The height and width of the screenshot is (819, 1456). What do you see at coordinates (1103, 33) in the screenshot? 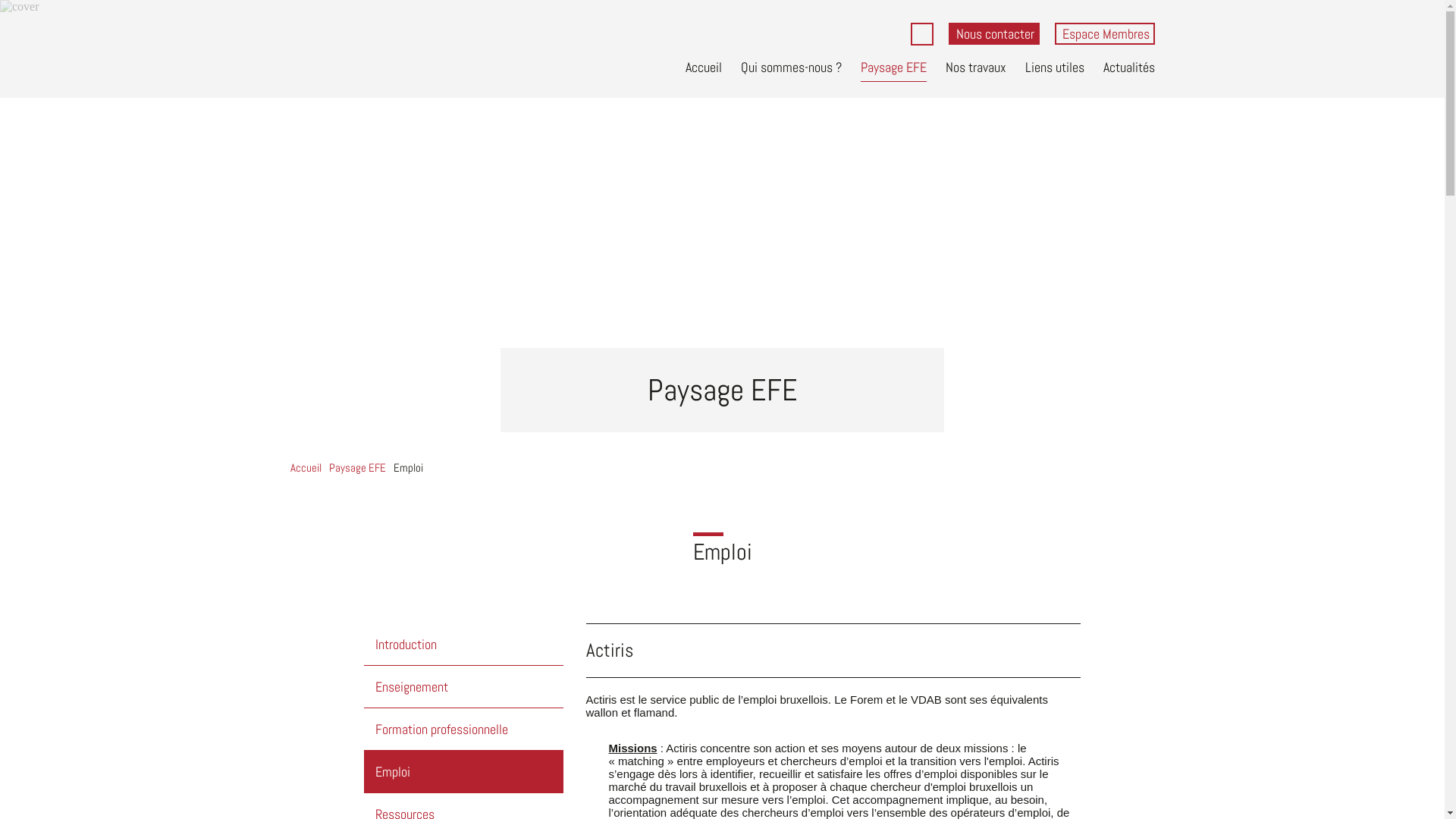
I see `'Espace Membres'` at bounding box center [1103, 33].